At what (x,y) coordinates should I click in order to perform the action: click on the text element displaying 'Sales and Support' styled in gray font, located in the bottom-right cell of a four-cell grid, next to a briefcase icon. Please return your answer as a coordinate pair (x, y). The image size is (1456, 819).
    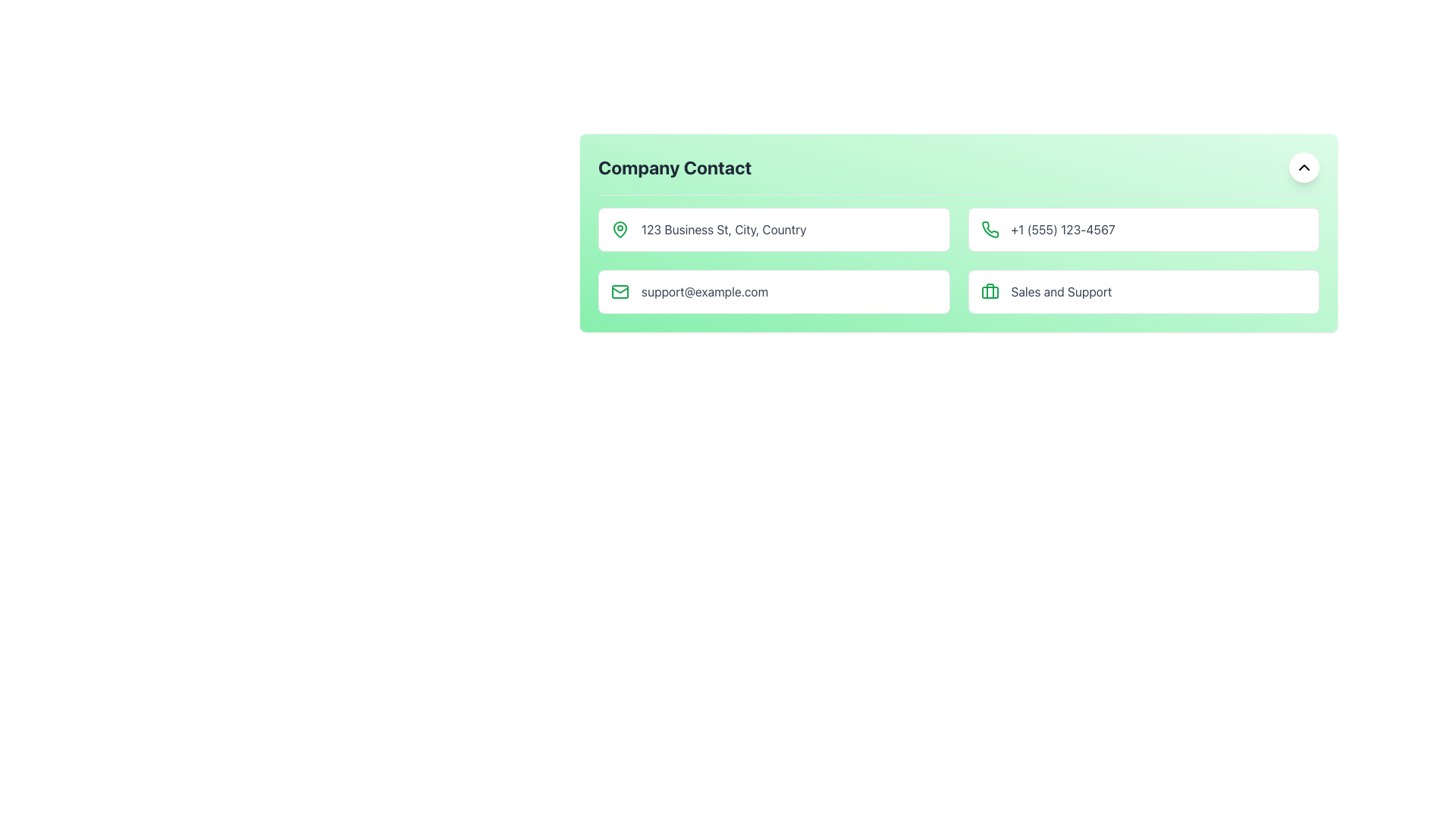
    Looking at the image, I should click on (1060, 292).